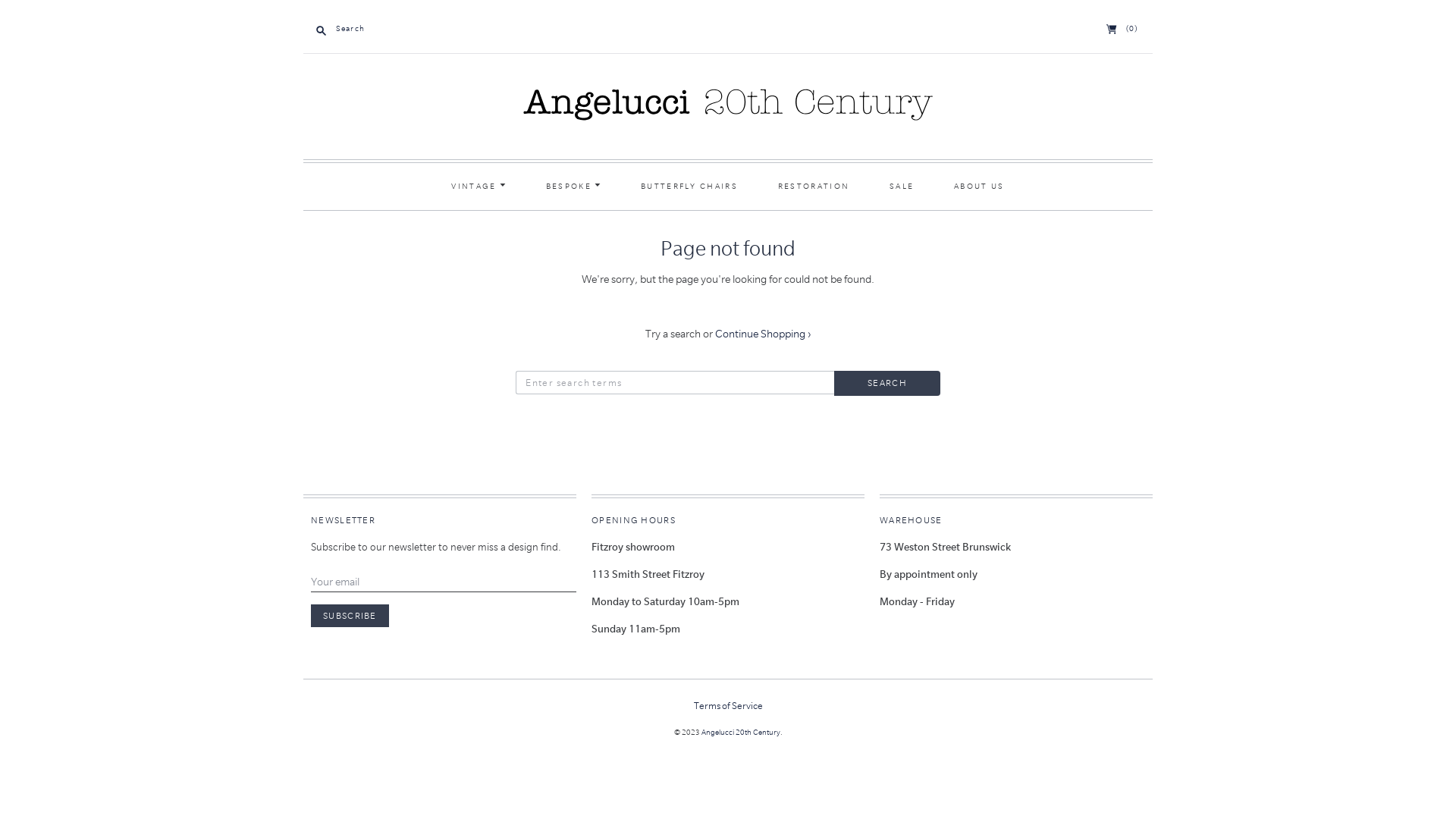  What do you see at coordinates (1122, 28) in the screenshot?
I see `'(0)'` at bounding box center [1122, 28].